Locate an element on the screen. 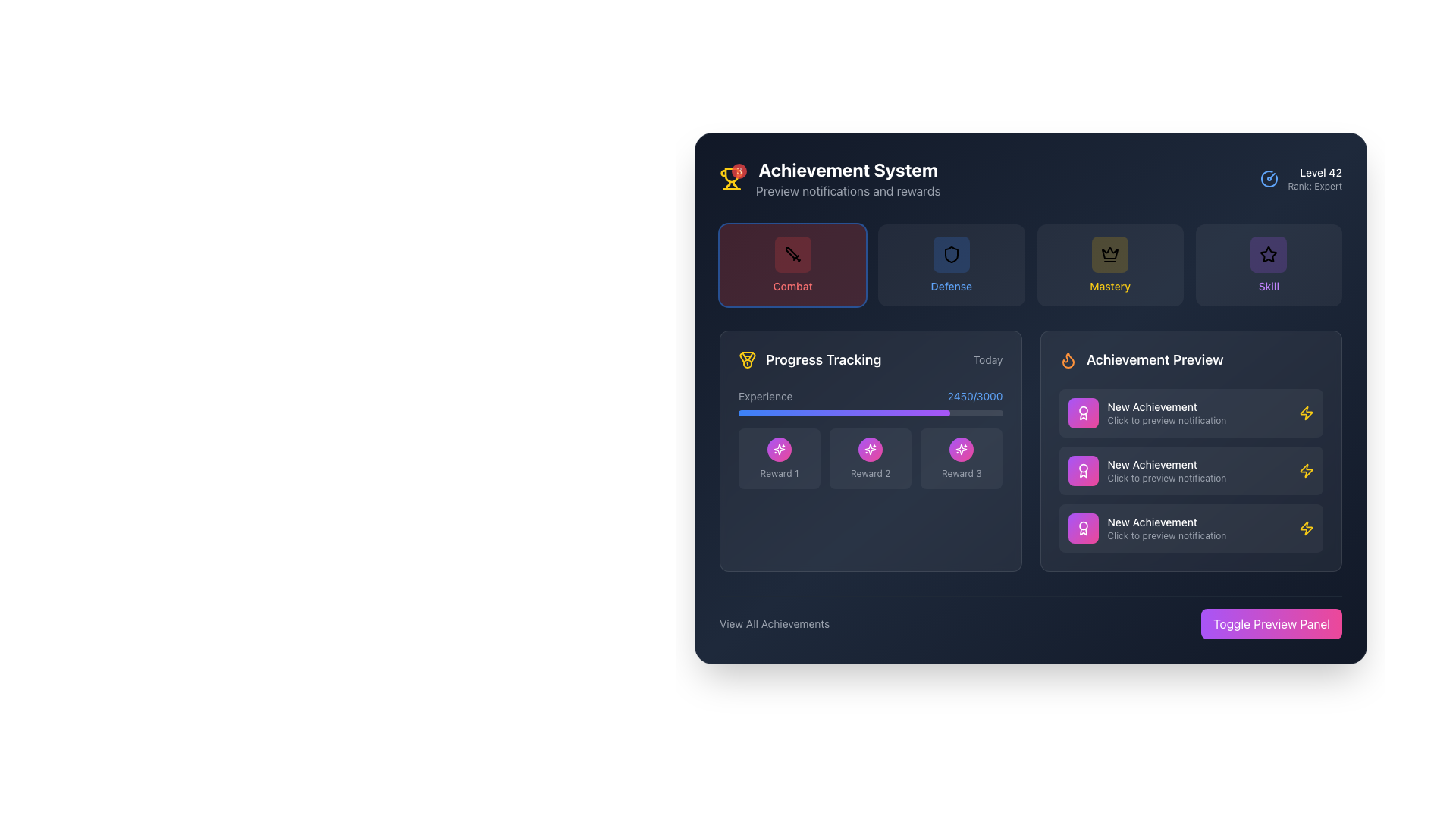  the award or achievement icon located in the top-left corner of the interface, aligned with the header title 'Achievement System' is located at coordinates (1082, 413).